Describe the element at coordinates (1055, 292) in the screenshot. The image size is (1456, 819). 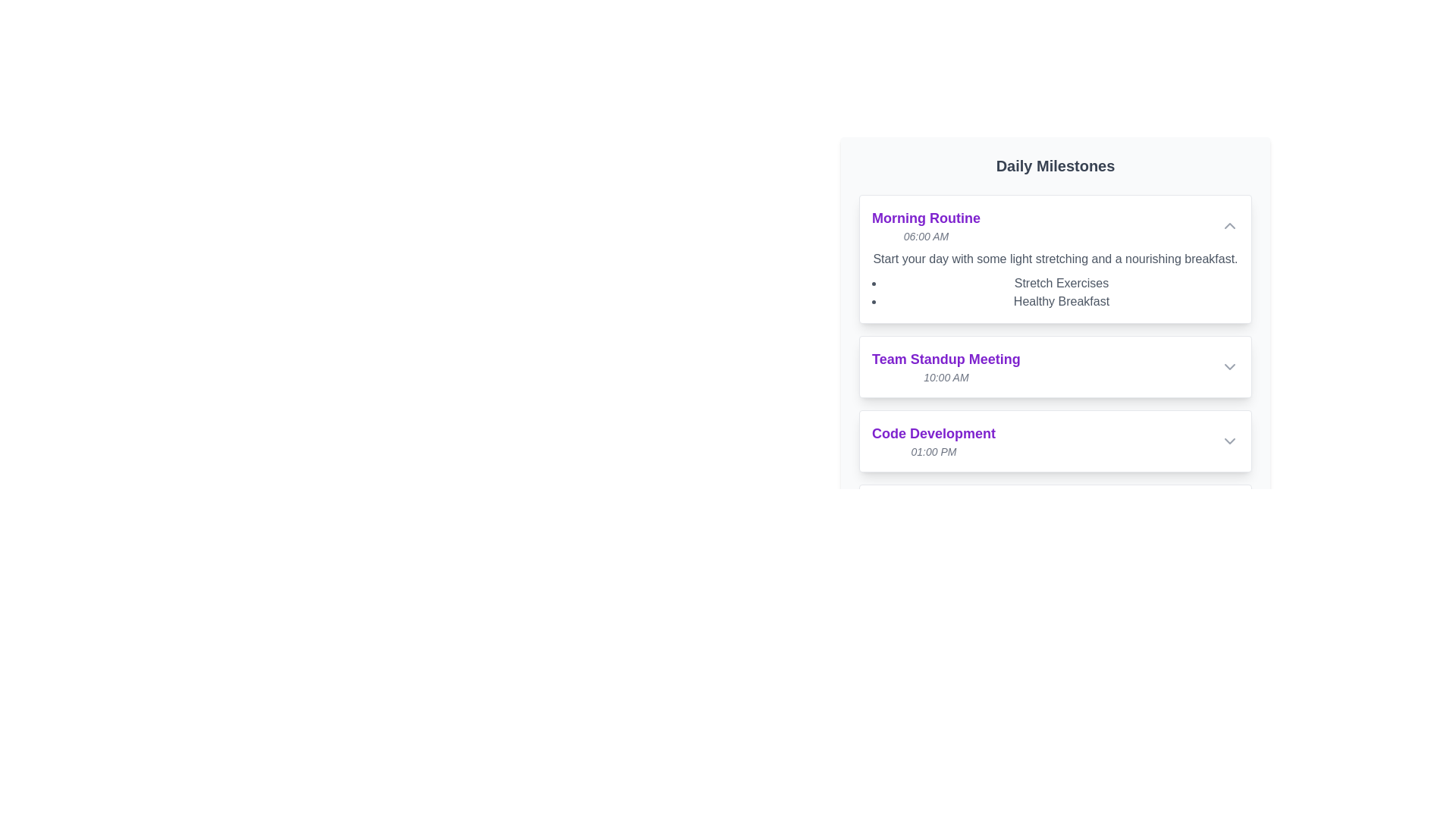
I see `the list item that details activities associated with the 'Morning Routine' milestone, located under the text 'Start your day with some light stretching and a nourishing breakfast.'` at that location.